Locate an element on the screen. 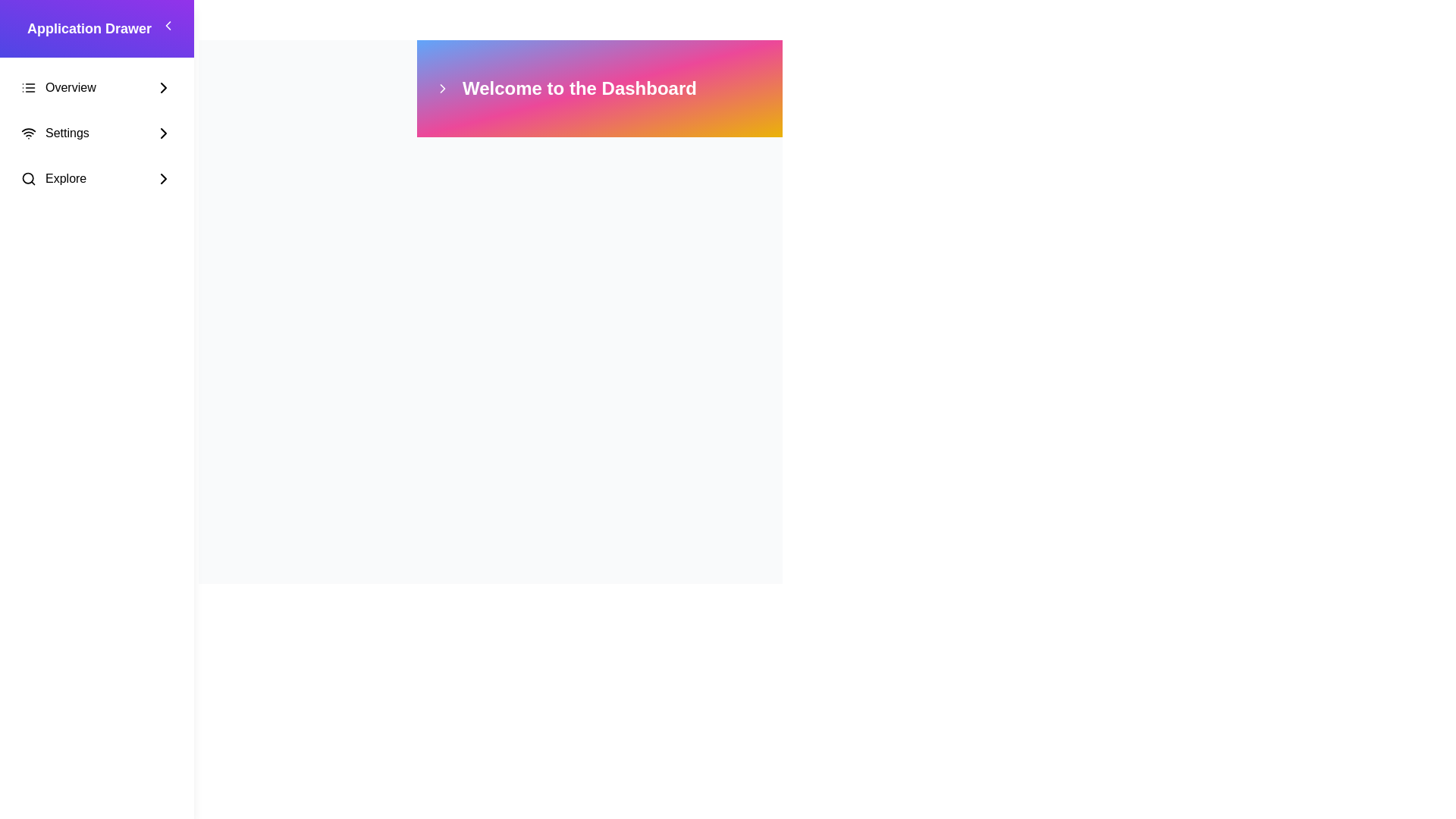  the left-pointing chevron icon with a white stroke and purple background, located in the top-right corner of the 'Application Drawer' header is located at coordinates (168, 26).